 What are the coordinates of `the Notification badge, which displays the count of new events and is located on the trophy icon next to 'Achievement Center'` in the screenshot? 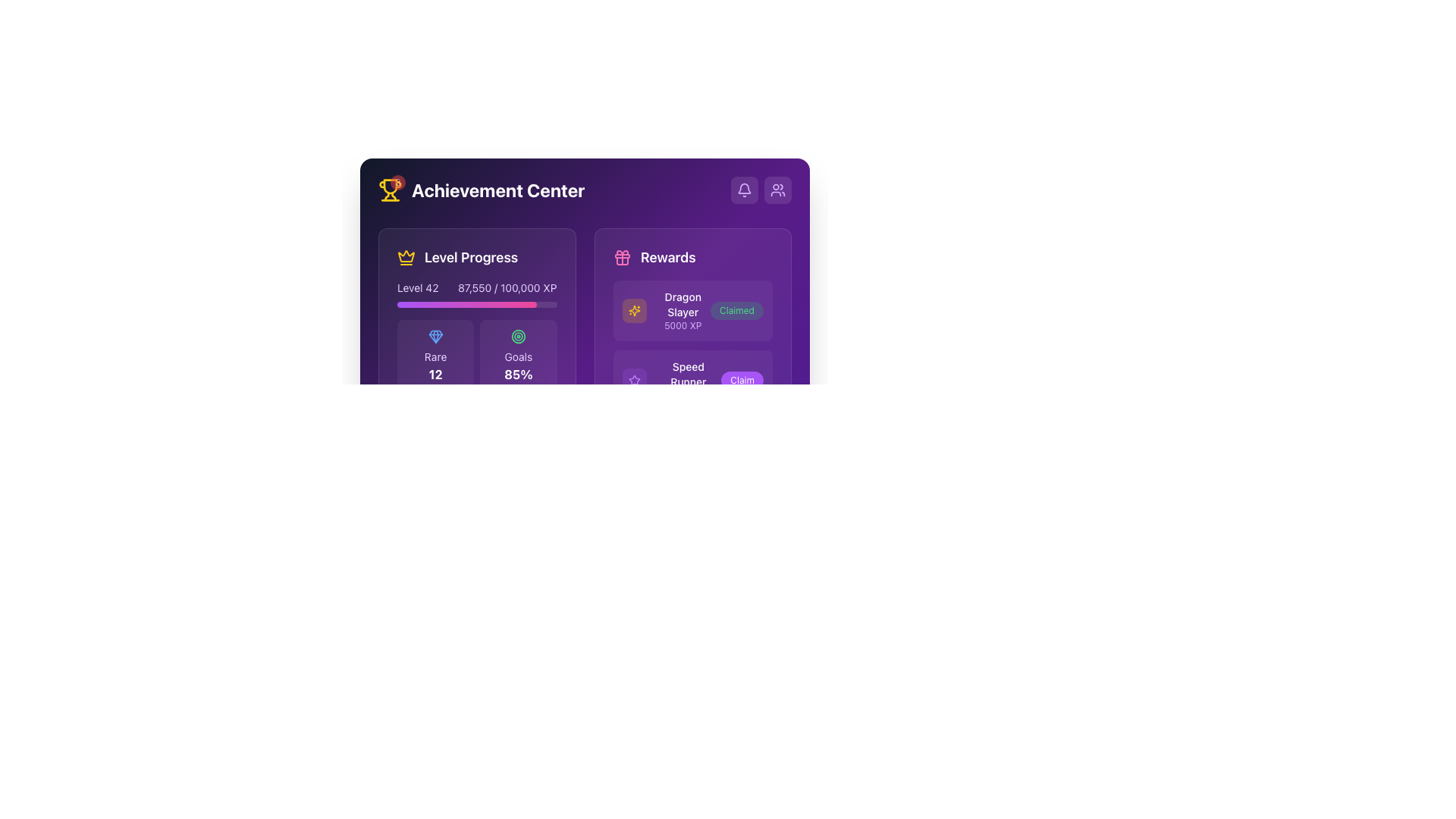 It's located at (390, 189).